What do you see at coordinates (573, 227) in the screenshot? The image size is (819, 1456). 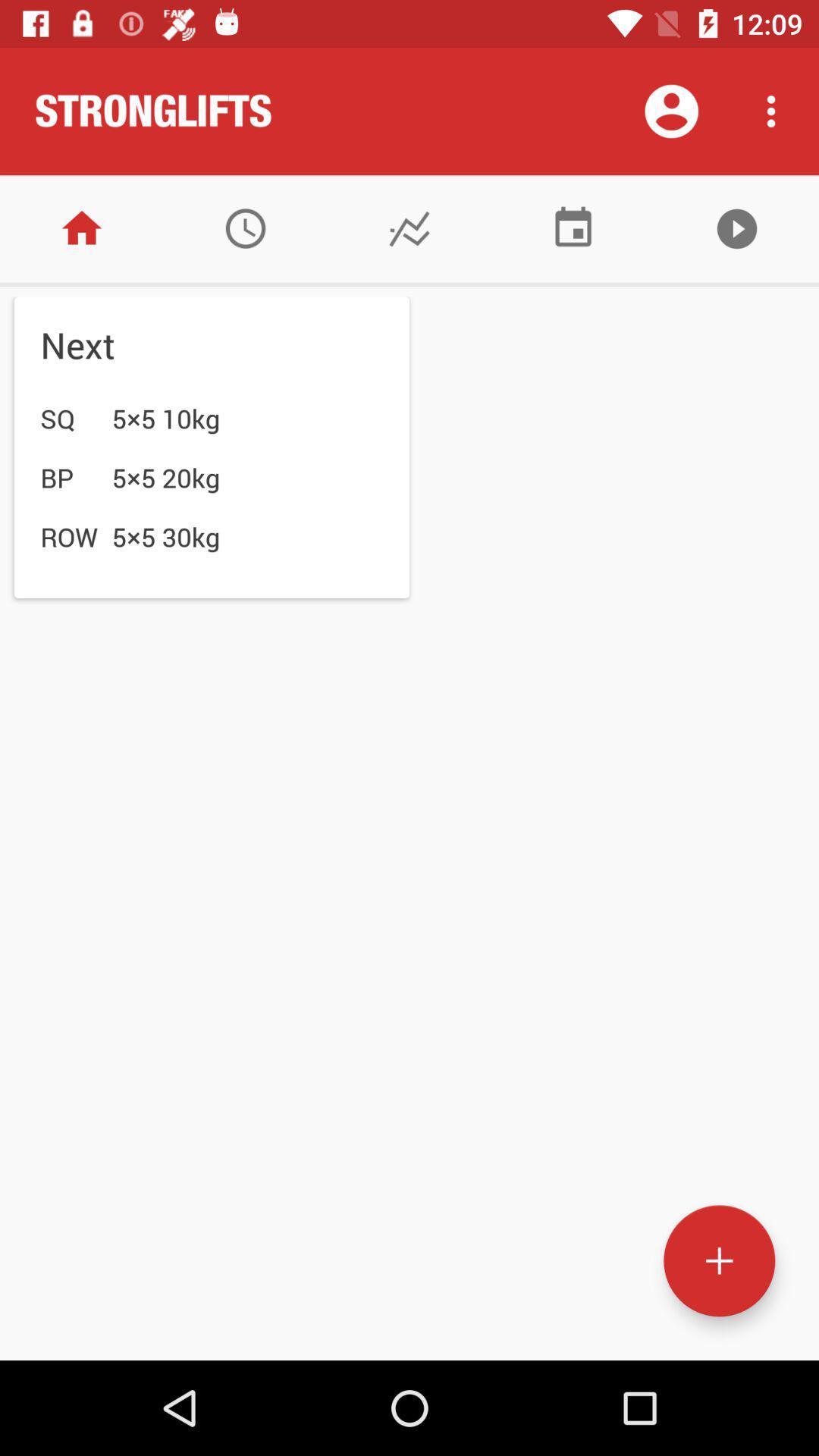 I see `open calendar` at bounding box center [573, 227].